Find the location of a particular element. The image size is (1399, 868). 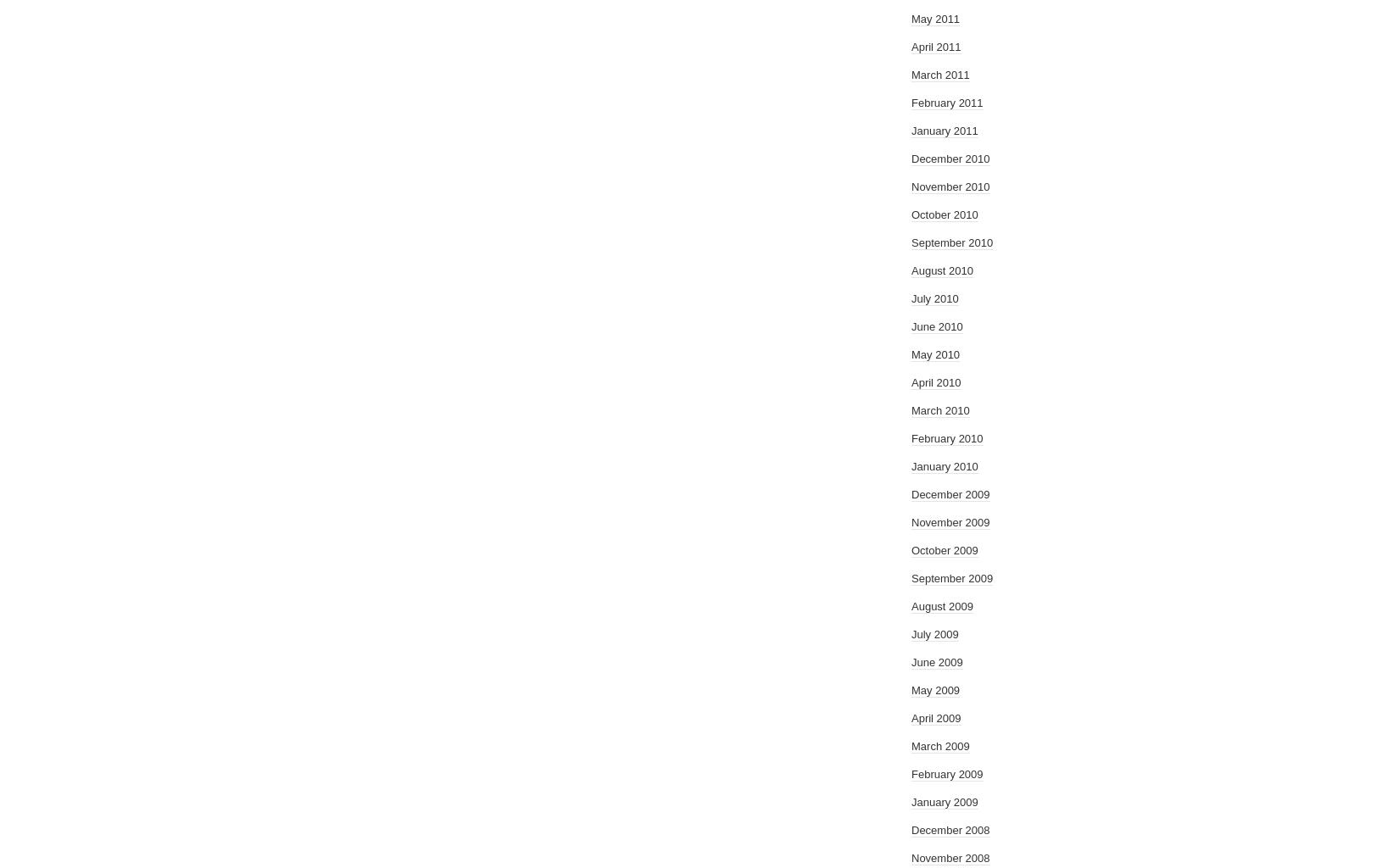

'July 2010' is located at coordinates (911, 298).